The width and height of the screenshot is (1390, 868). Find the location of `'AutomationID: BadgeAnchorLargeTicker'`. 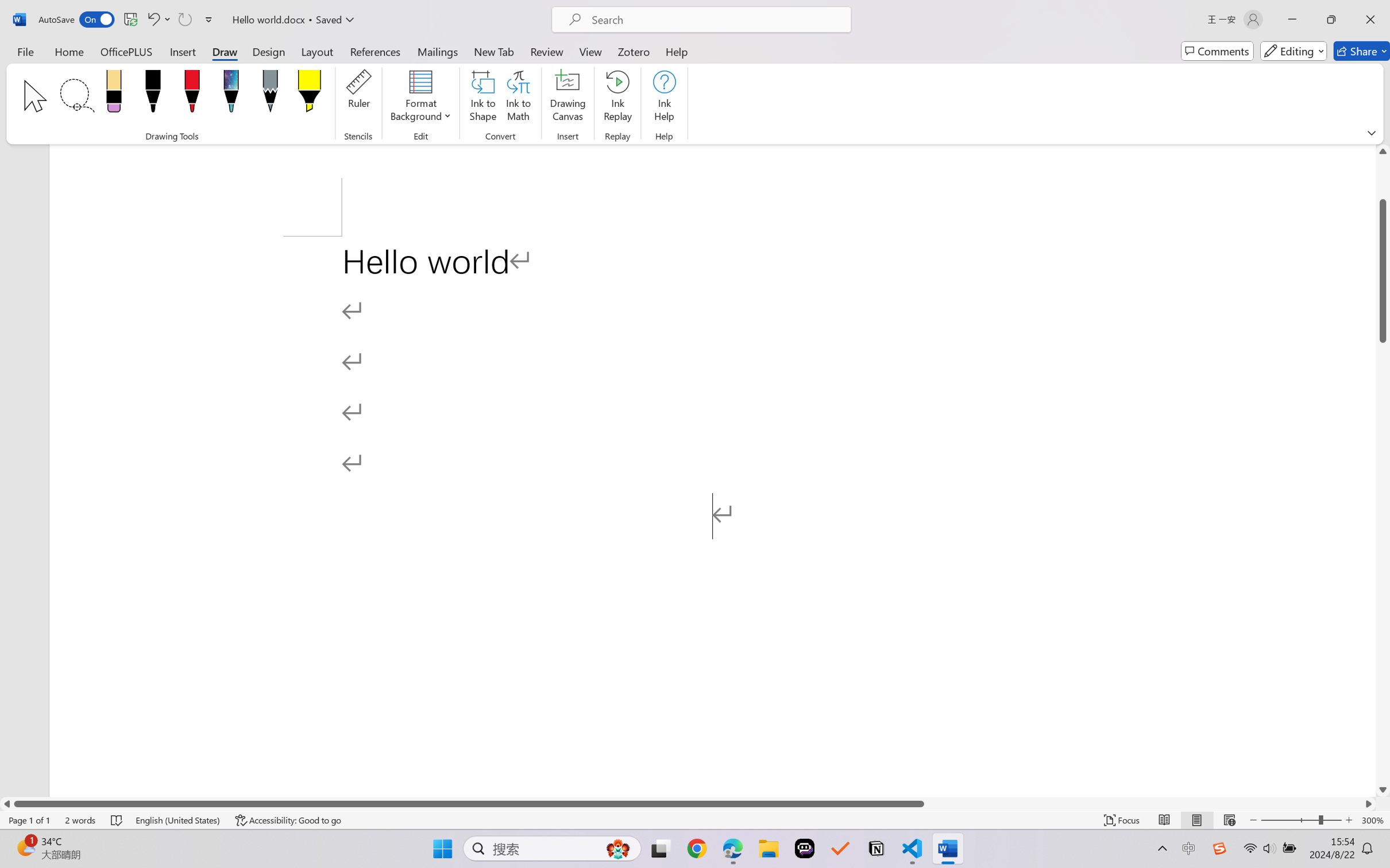

'AutomationID: BadgeAnchorLargeTicker' is located at coordinates (25, 847).